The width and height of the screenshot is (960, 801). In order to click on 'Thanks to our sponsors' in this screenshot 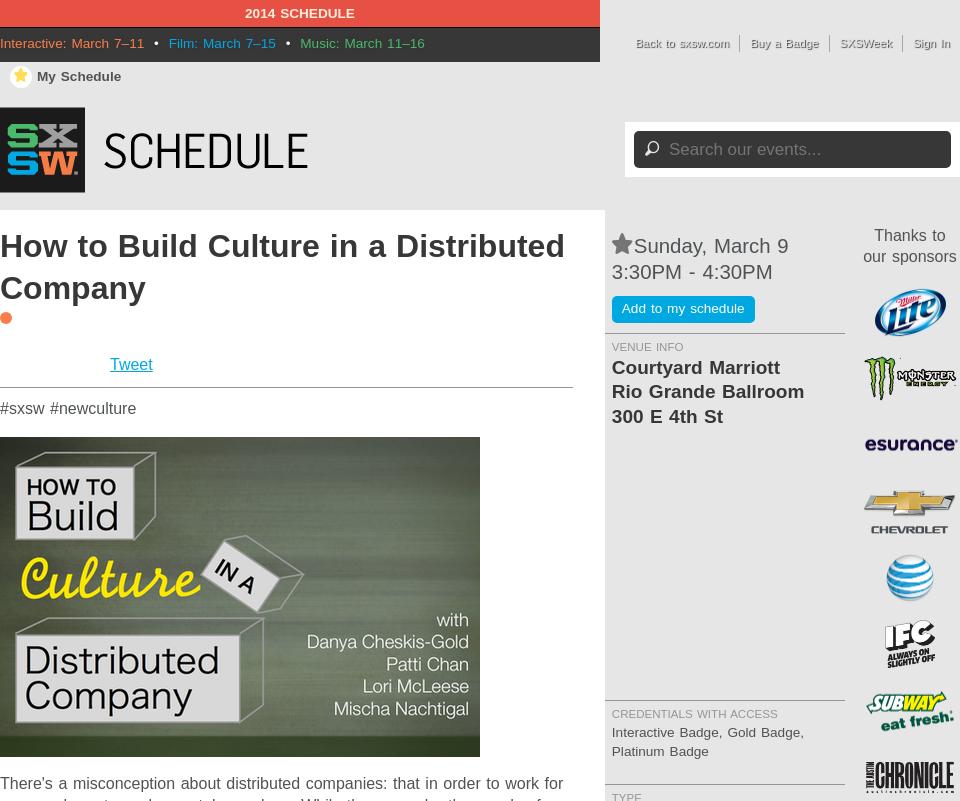, I will do `click(909, 245)`.